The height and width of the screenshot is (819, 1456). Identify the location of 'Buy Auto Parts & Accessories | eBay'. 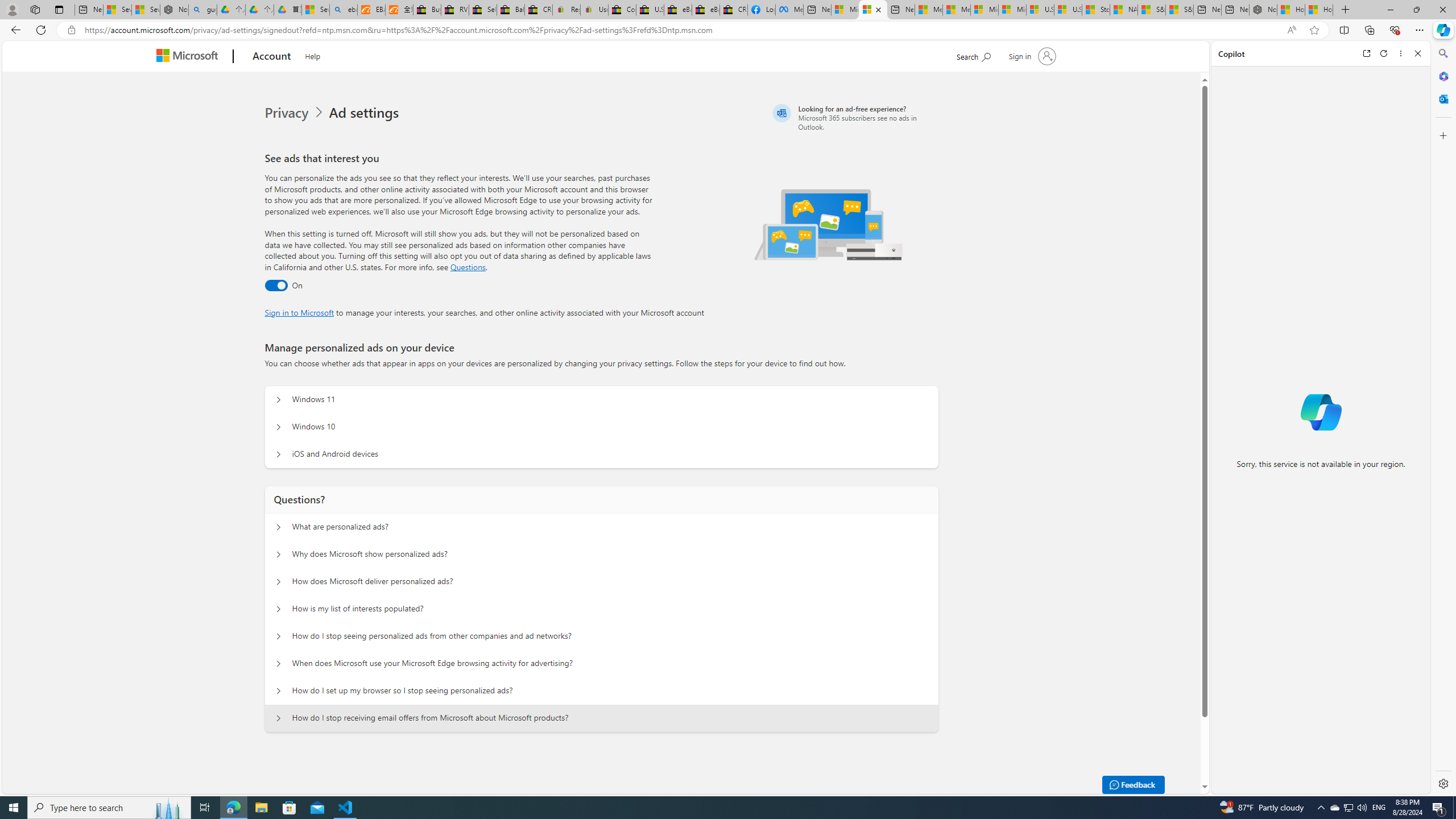
(427, 9).